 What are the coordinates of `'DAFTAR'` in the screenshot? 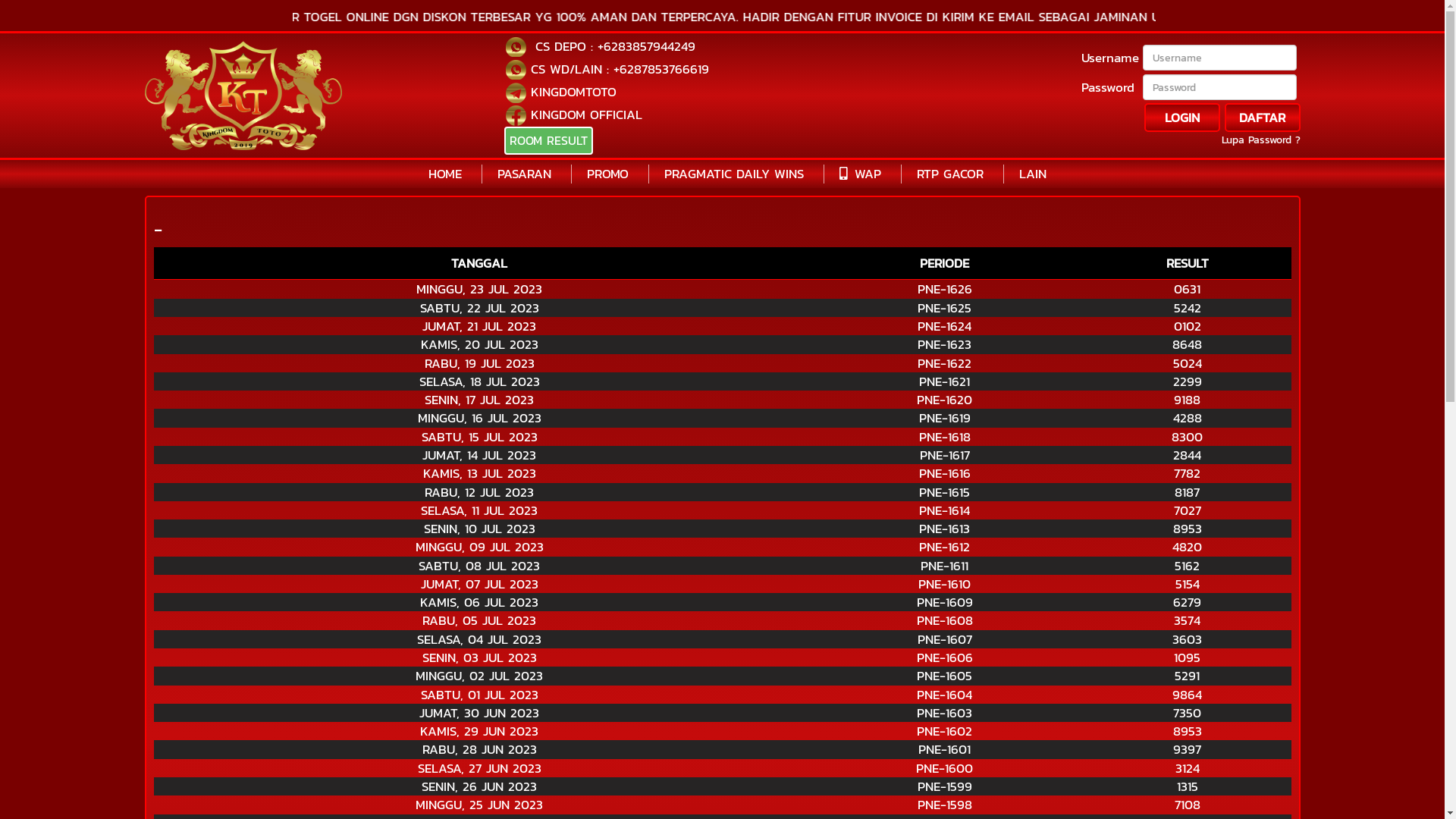 It's located at (1262, 116).